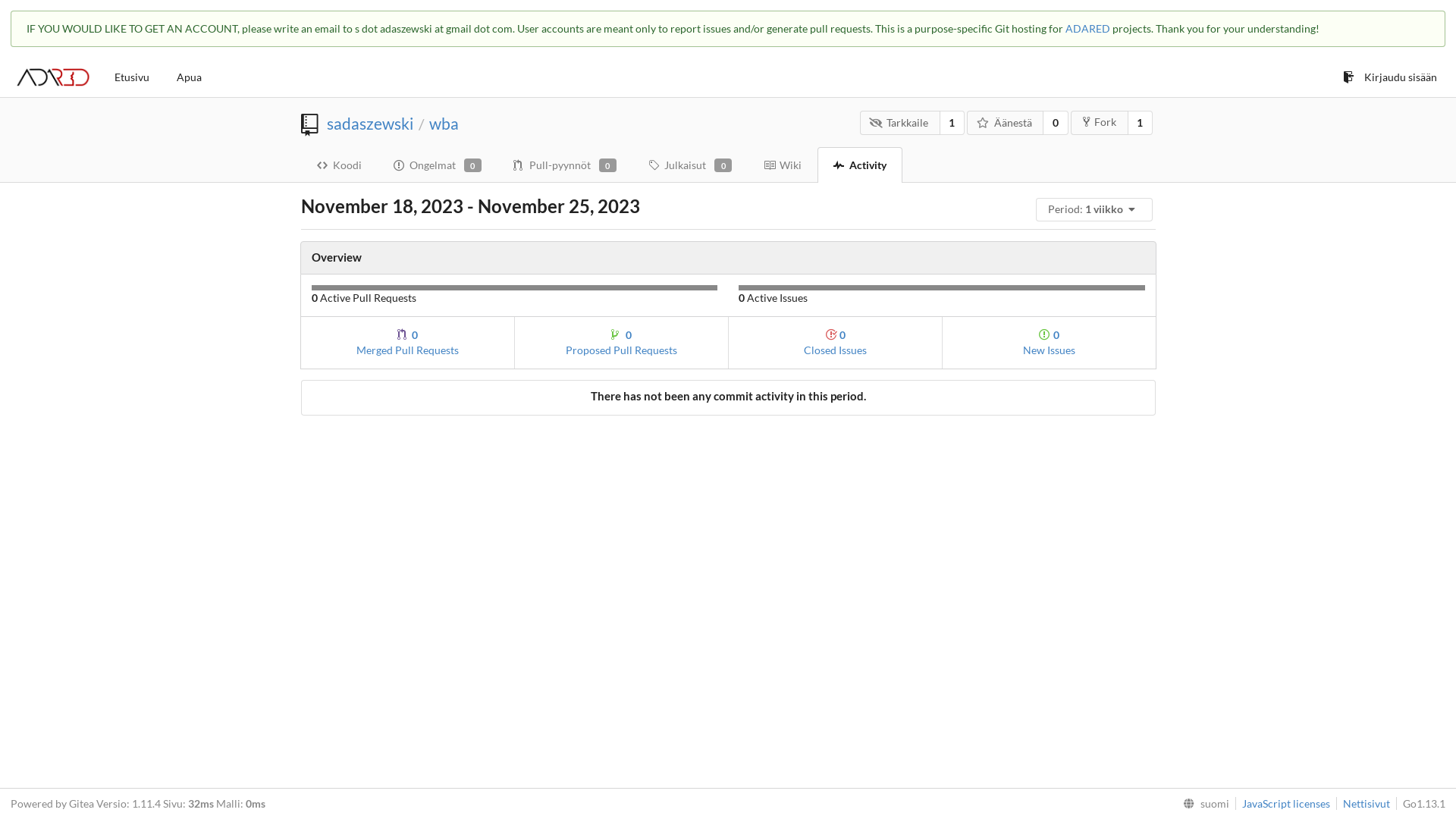  Describe the element at coordinates (1282, 802) in the screenshot. I see `'JavaScript licenses'` at that location.